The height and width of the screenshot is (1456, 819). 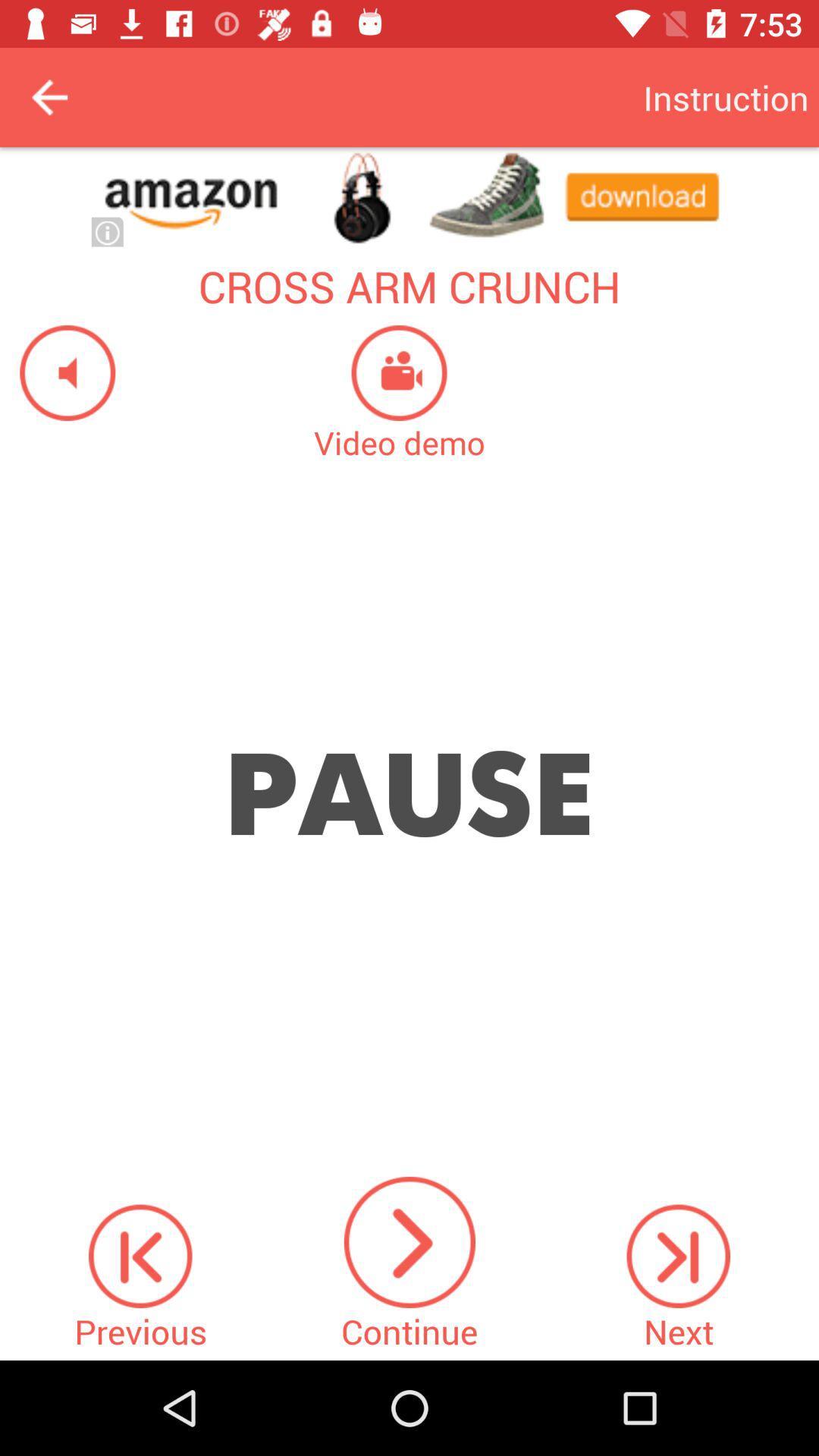 What do you see at coordinates (57, 372) in the screenshot?
I see `audio` at bounding box center [57, 372].